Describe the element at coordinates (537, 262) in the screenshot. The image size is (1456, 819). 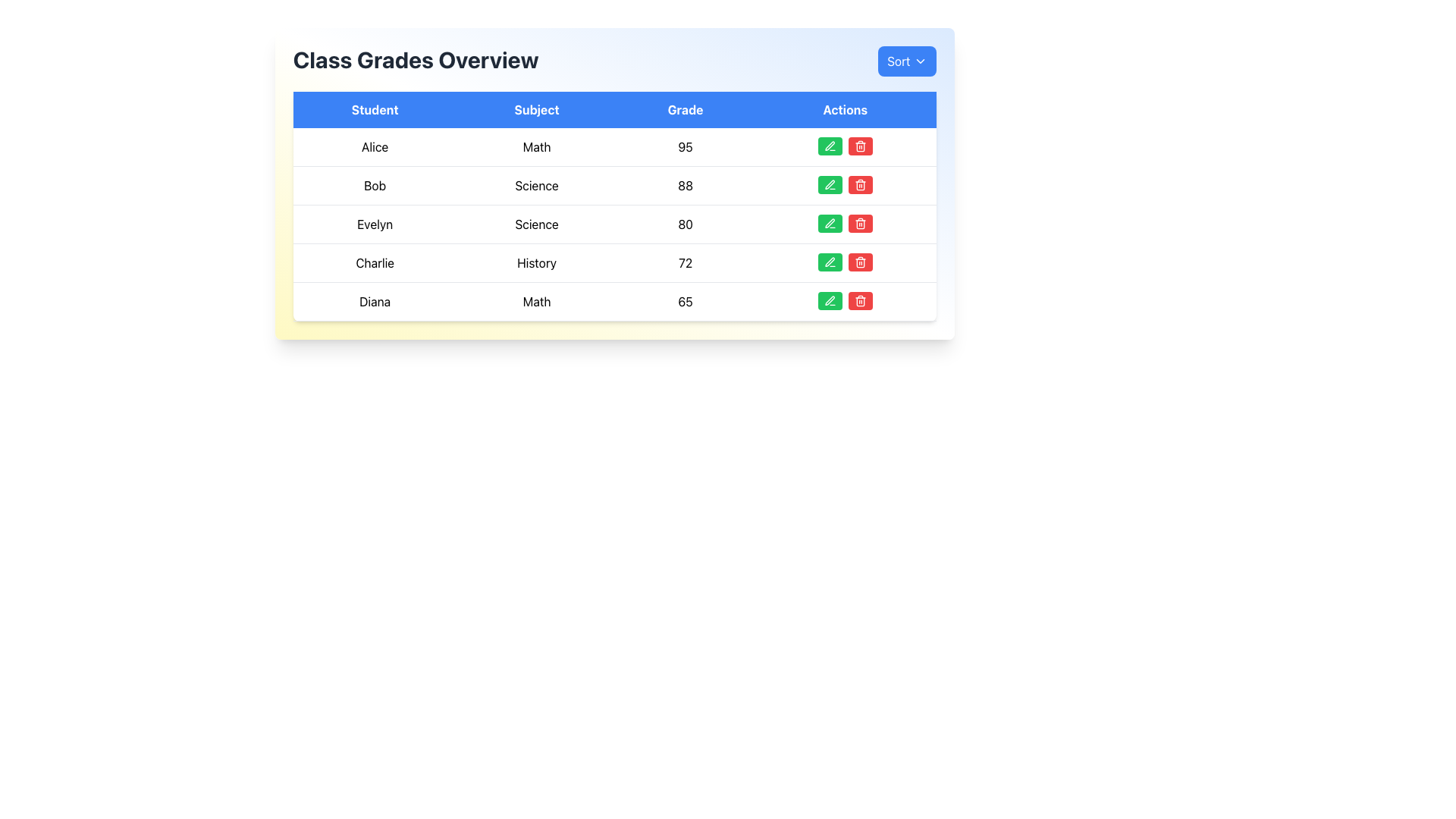
I see `the static text field displaying 'History' in the fourth row of the table, which categorizes information related to the student 'Charlie'` at that location.